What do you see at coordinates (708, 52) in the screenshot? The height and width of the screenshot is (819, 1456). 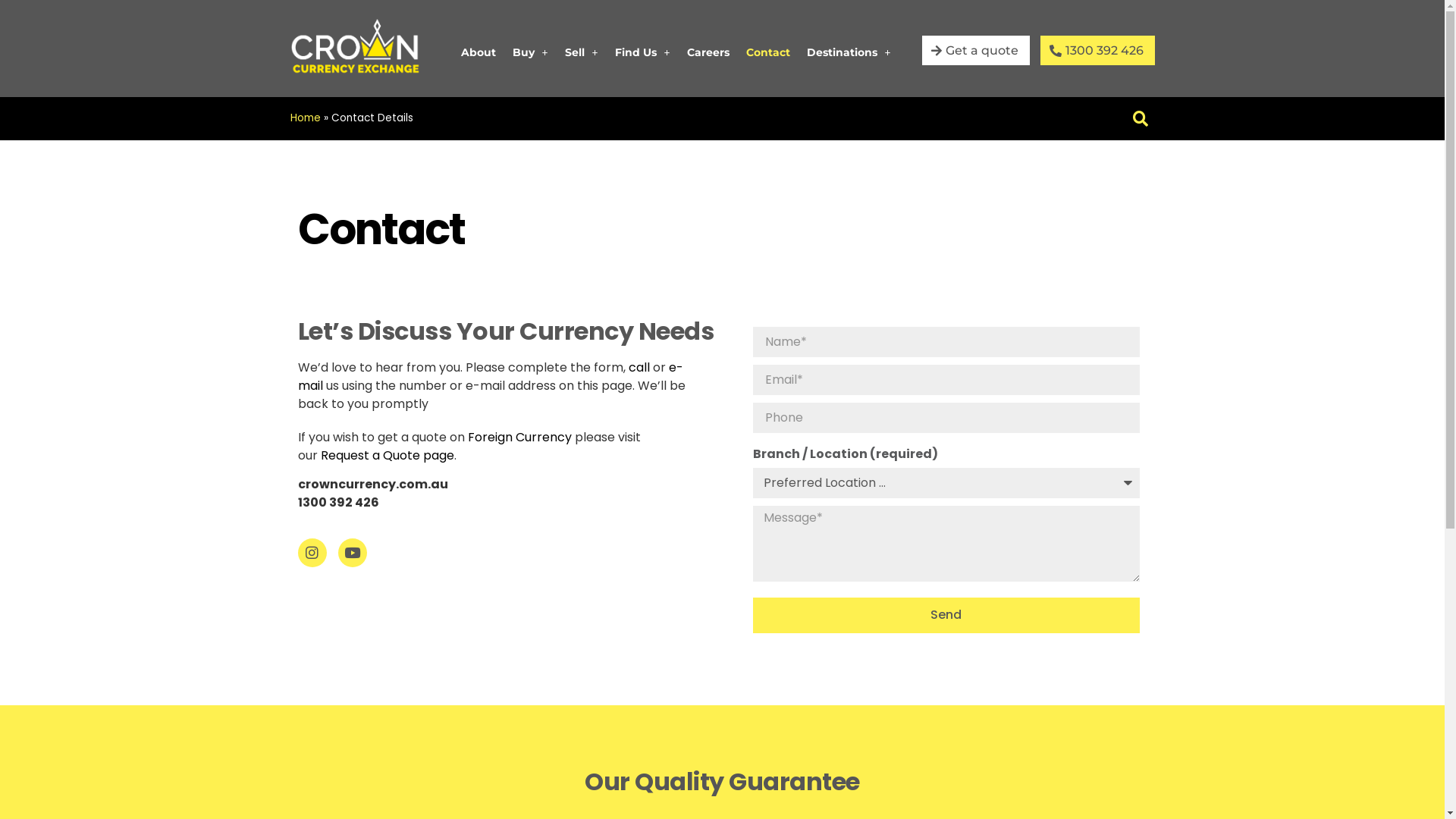 I see `'Careers'` at bounding box center [708, 52].